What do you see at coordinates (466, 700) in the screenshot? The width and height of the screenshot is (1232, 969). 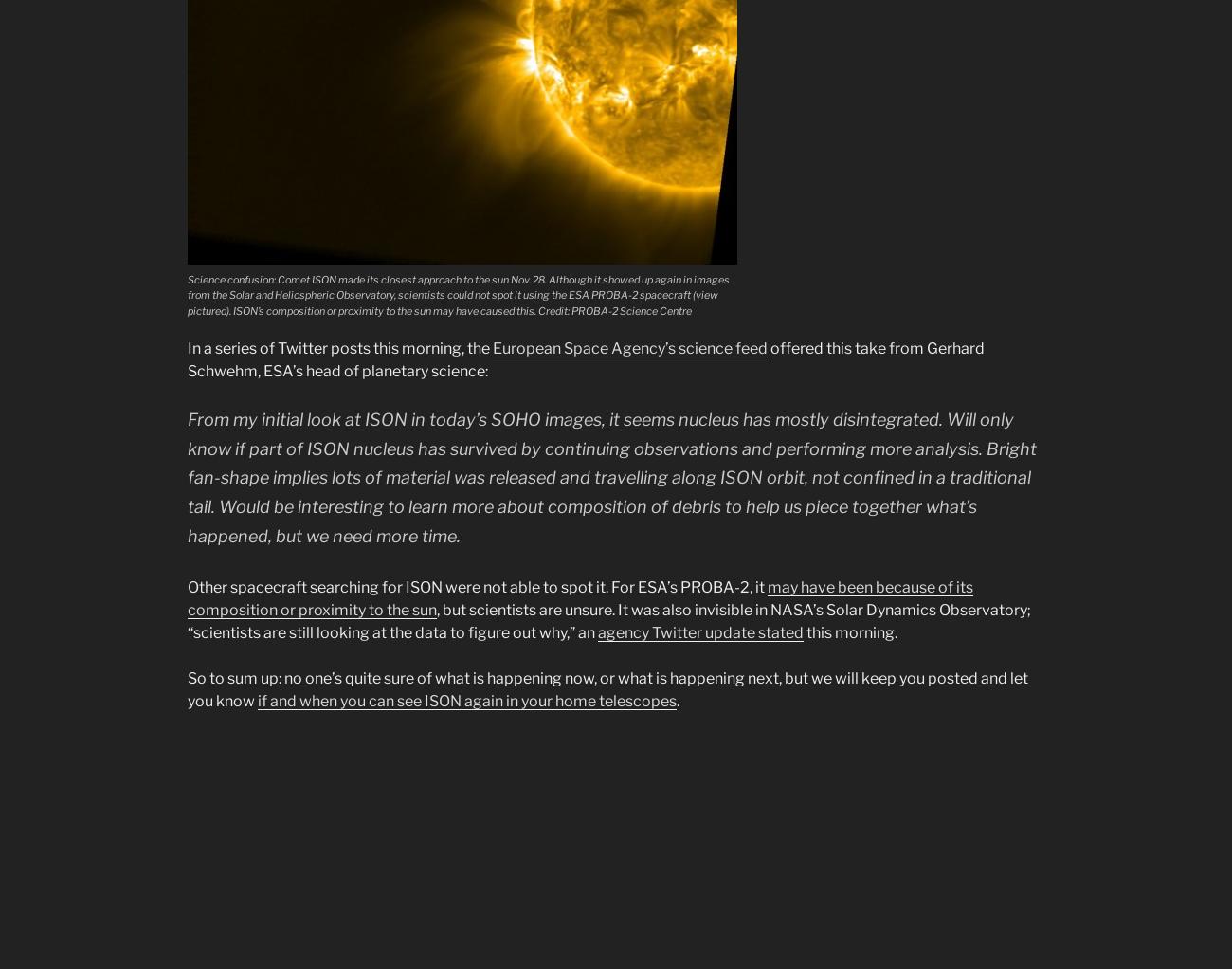 I see `'if and when you can see ISON again in your home telescopes'` at bounding box center [466, 700].